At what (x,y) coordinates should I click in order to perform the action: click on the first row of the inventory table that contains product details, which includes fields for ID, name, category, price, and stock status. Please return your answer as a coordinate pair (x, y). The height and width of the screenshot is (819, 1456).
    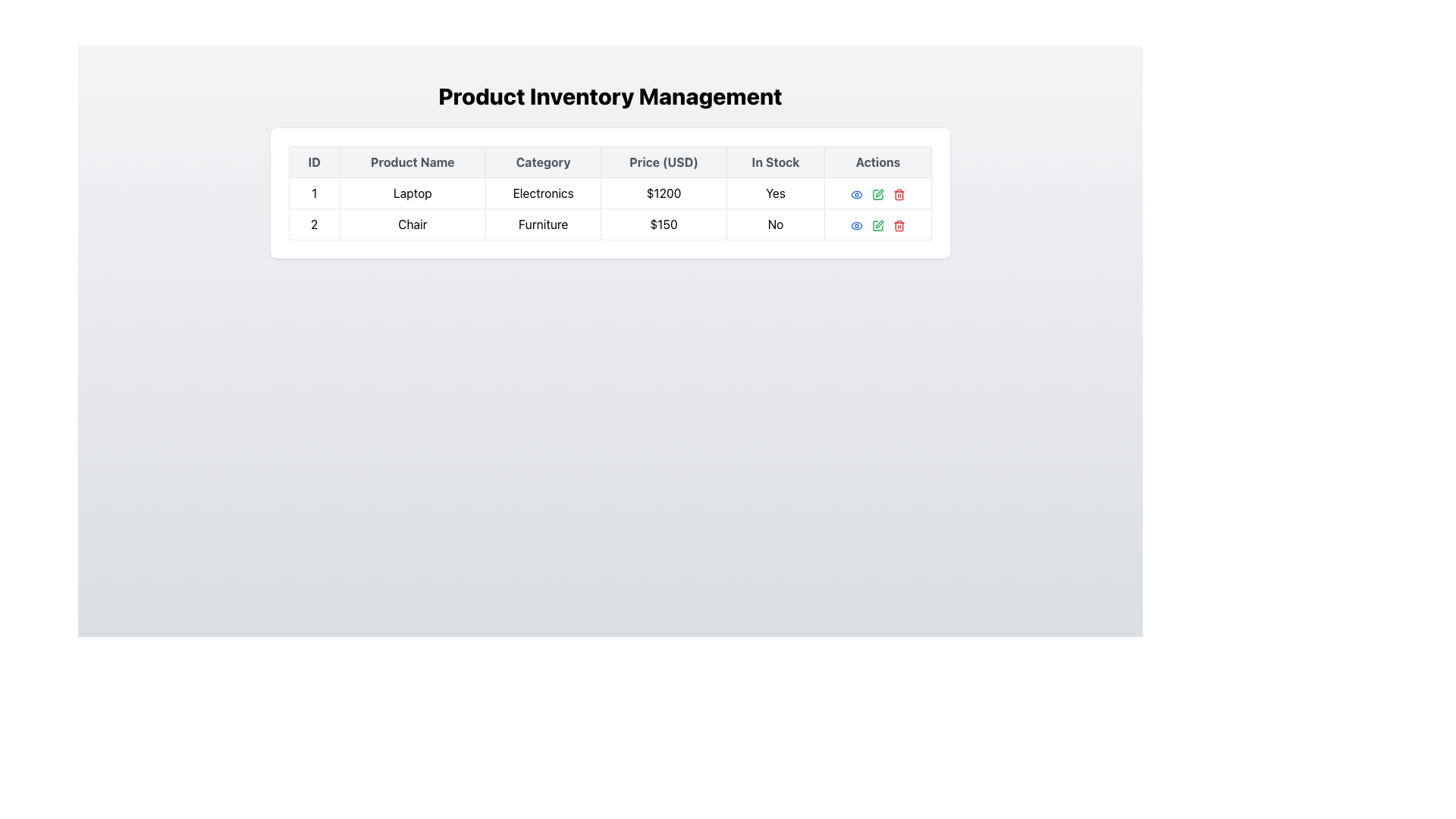
    Looking at the image, I should click on (610, 192).